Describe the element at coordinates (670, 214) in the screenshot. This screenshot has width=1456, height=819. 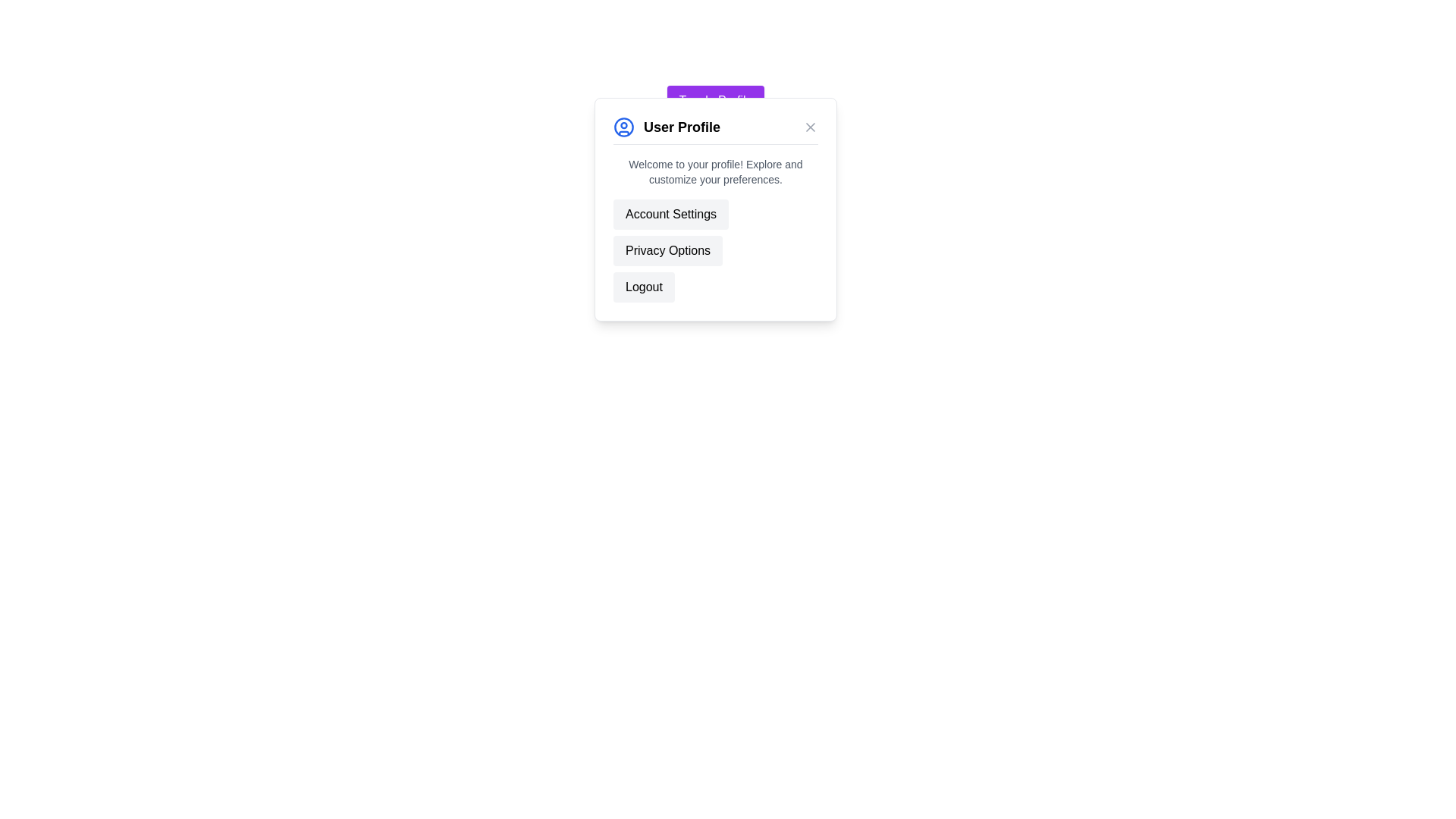
I see `the 'Account Settings' button to observe a change in background color, which is a rectangular button located at the top of a vertical stack of buttons in the modal dialog` at that location.